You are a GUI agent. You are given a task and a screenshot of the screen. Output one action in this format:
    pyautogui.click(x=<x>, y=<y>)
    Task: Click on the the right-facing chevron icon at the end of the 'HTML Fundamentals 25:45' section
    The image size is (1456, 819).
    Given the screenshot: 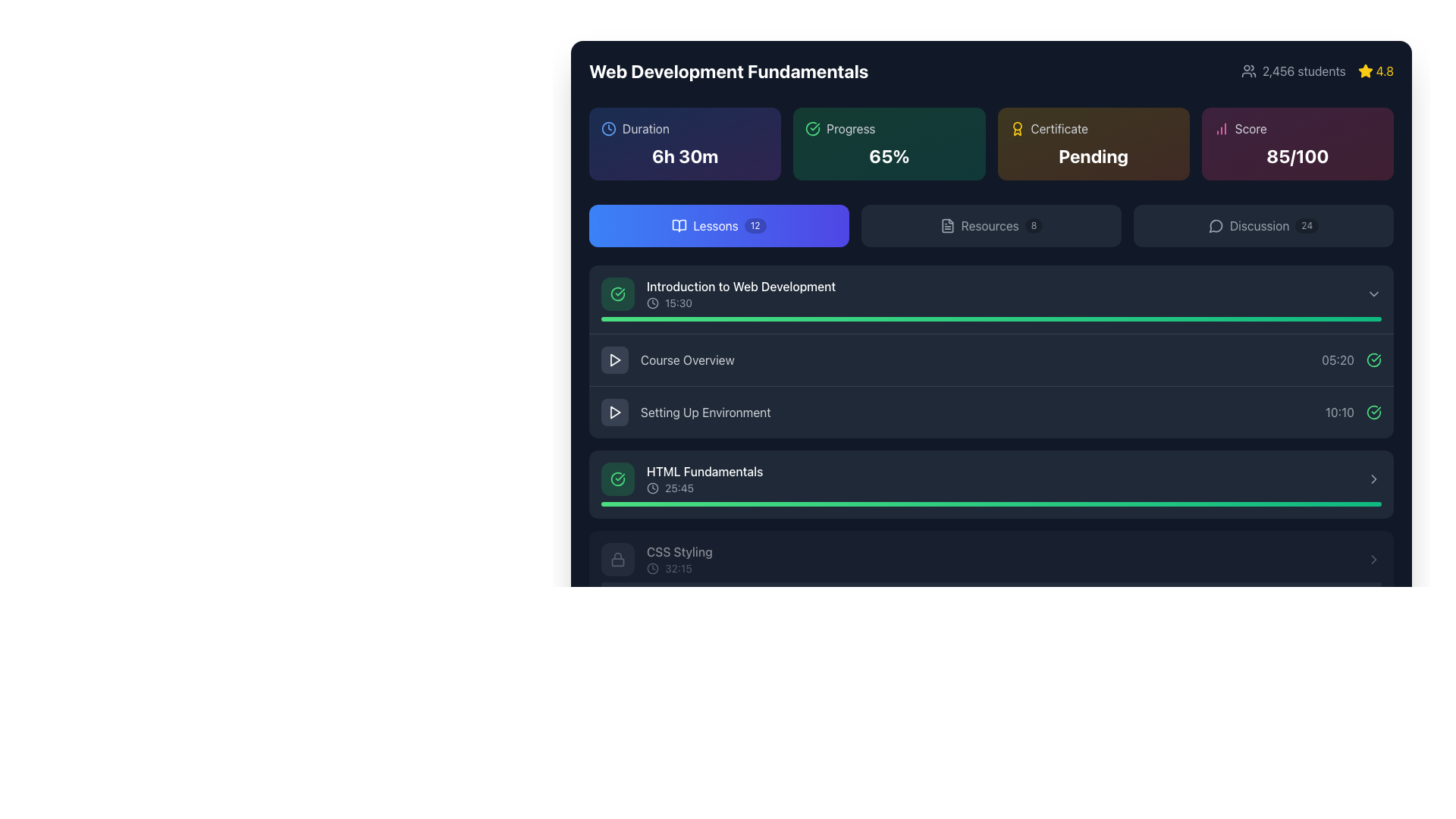 What is the action you would take?
    pyautogui.click(x=1373, y=479)
    